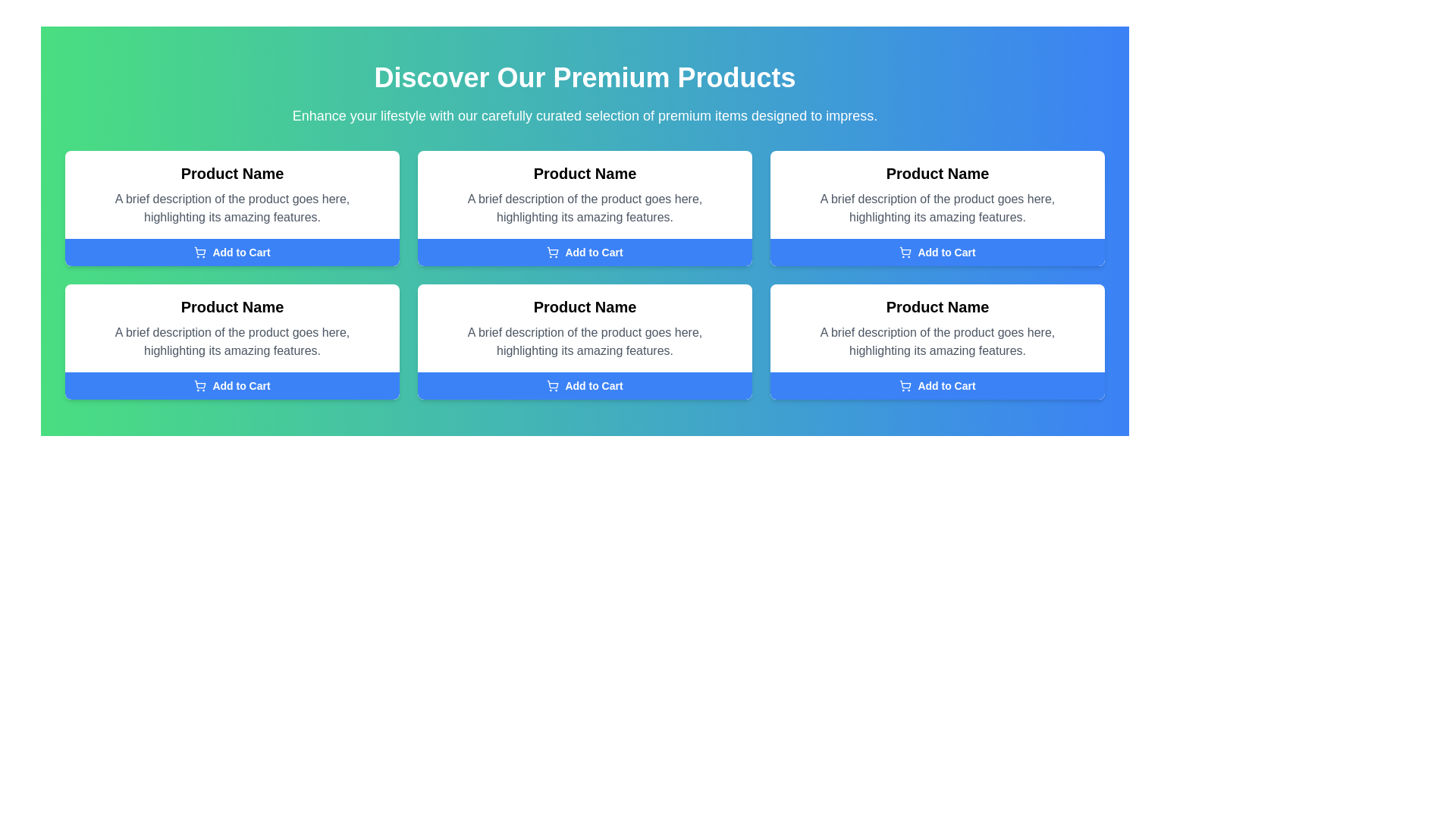  Describe the element at coordinates (905, 251) in the screenshot. I see `the shopping cart icon located within the 'Add to Cart' button in the second column of the top row of product boxes` at that location.